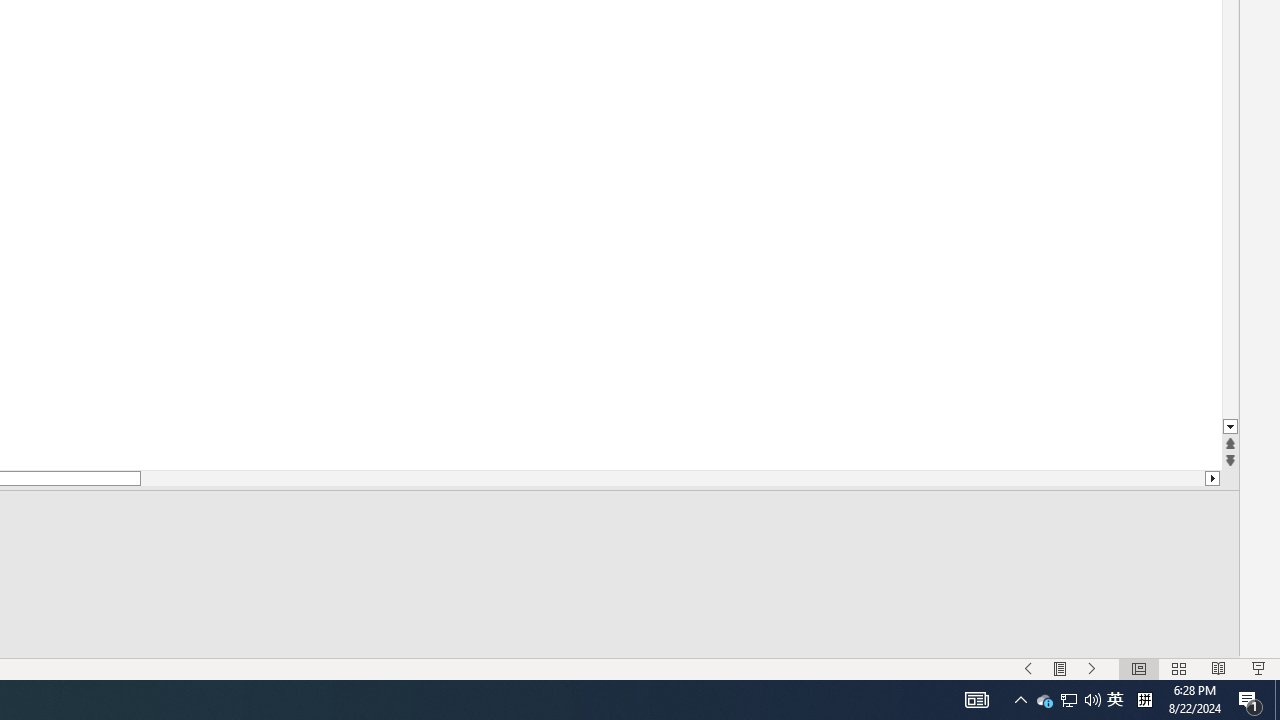 This screenshot has width=1280, height=720. Describe the element at coordinates (1138, 669) in the screenshot. I see `'Normal'` at that location.